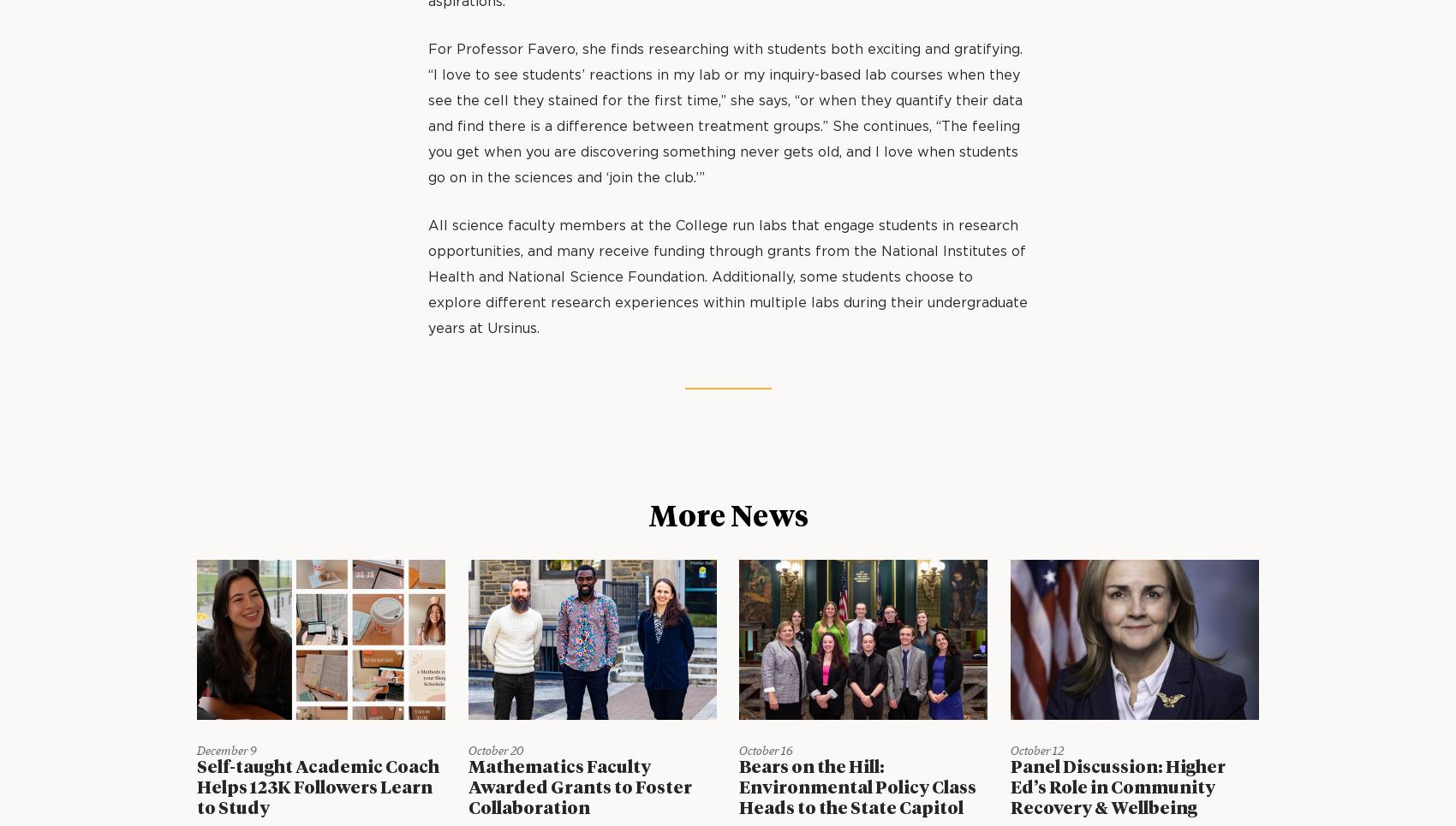 The width and height of the screenshot is (1456, 826). I want to click on 'October 20', so click(494, 750).